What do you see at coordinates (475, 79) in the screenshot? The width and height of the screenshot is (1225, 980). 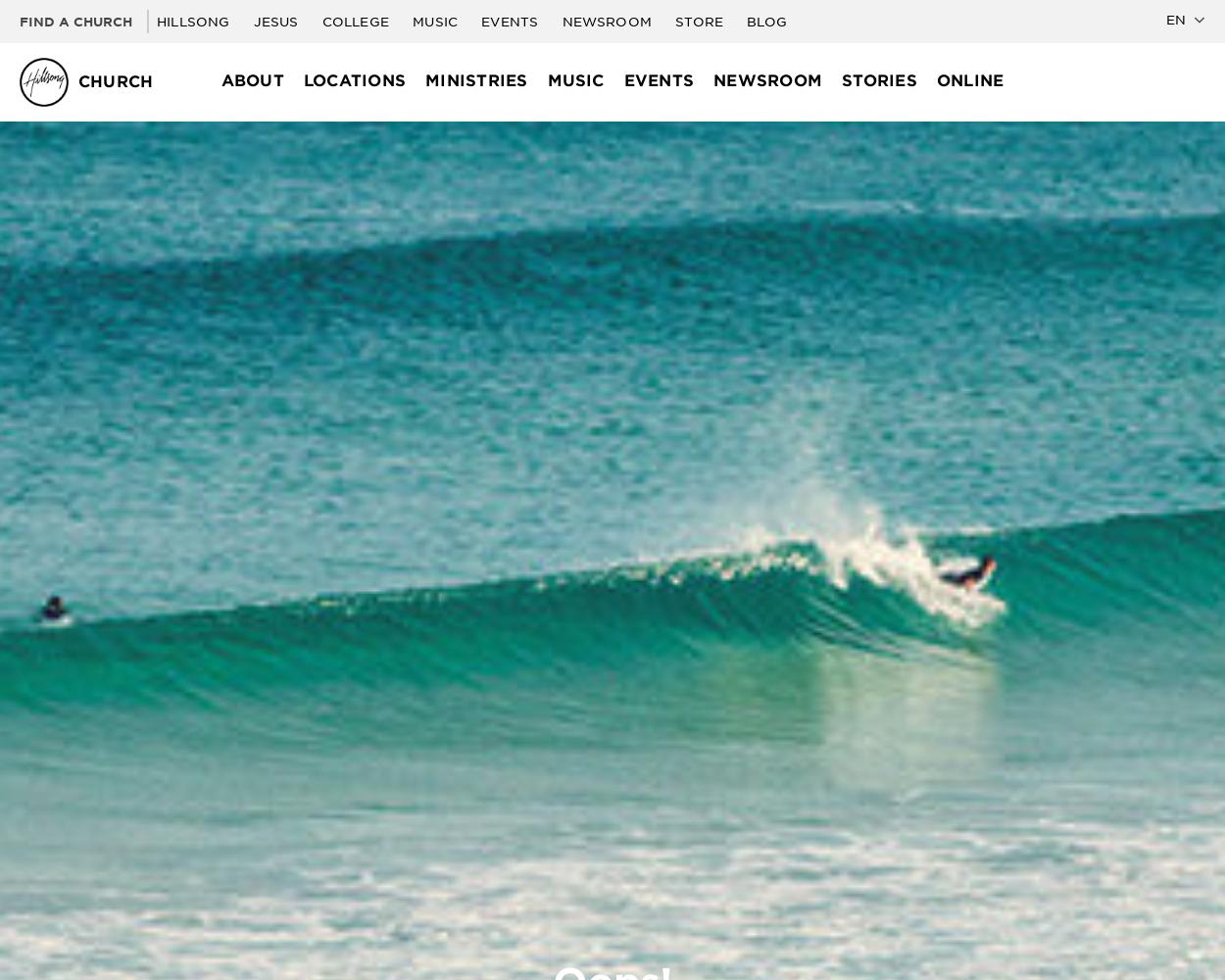 I see `'Ministries'` at bounding box center [475, 79].